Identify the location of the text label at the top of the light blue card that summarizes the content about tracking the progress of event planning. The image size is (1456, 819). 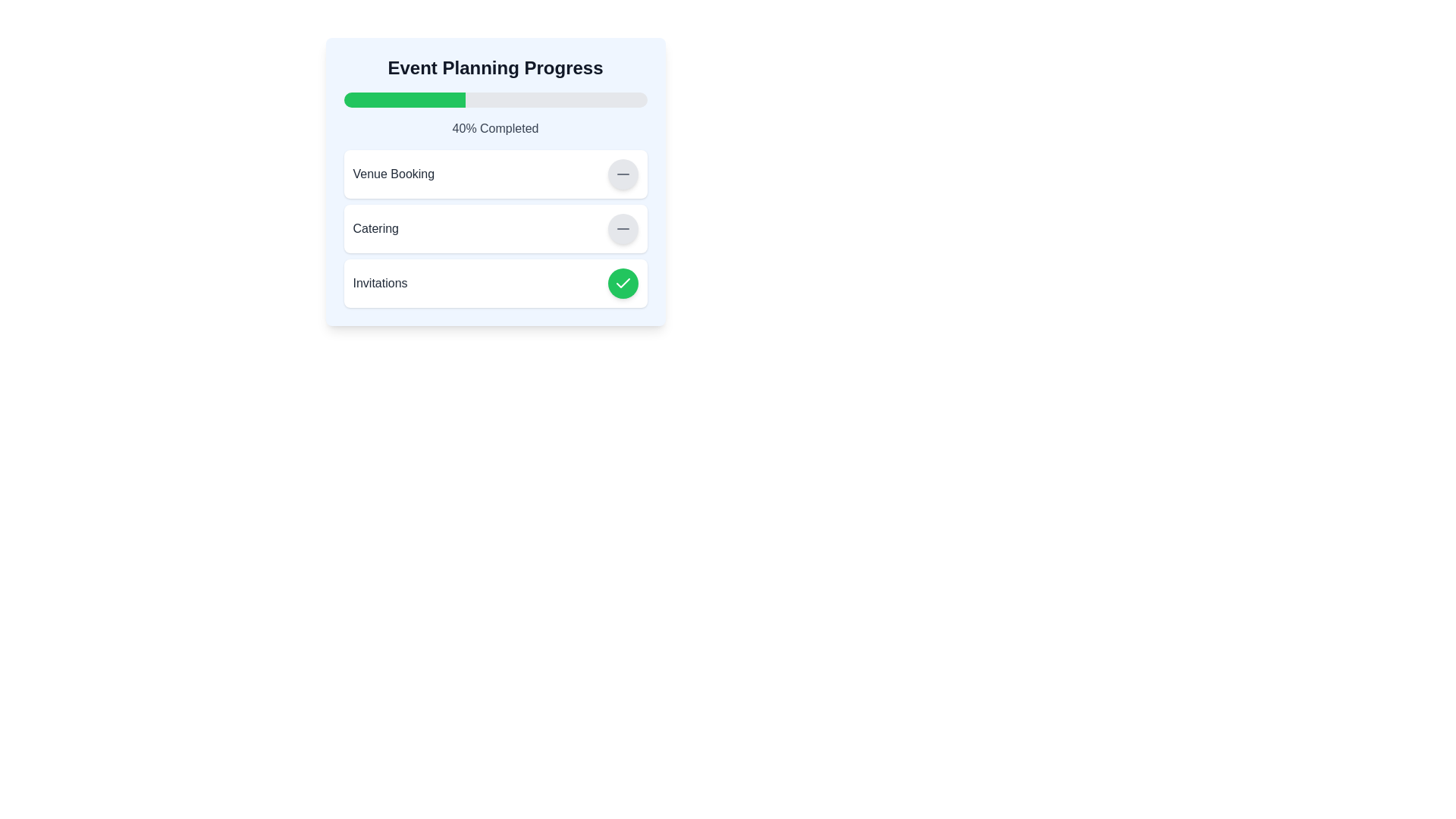
(495, 67).